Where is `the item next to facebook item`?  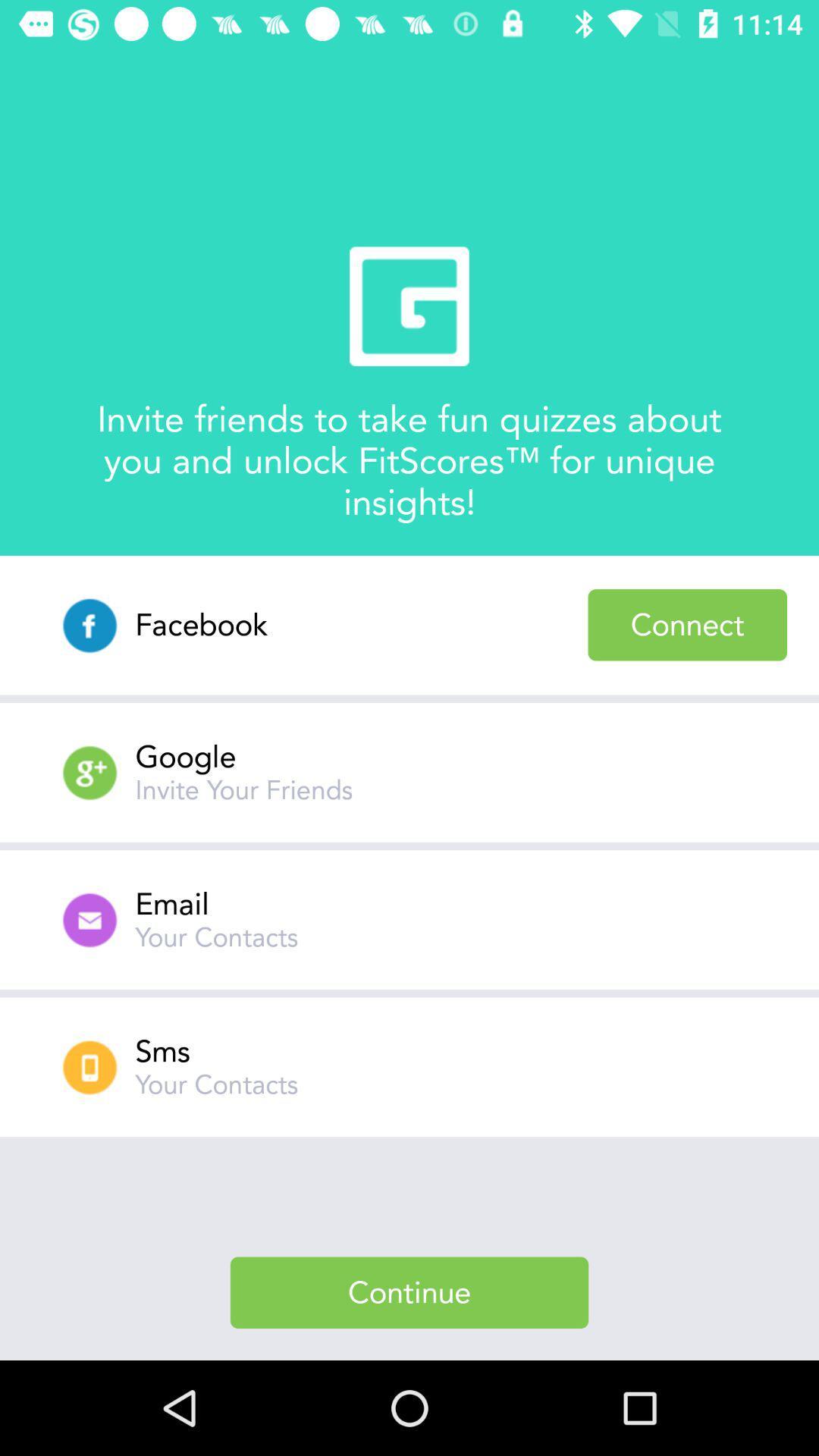 the item next to facebook item is located at coordinates (687, 625).